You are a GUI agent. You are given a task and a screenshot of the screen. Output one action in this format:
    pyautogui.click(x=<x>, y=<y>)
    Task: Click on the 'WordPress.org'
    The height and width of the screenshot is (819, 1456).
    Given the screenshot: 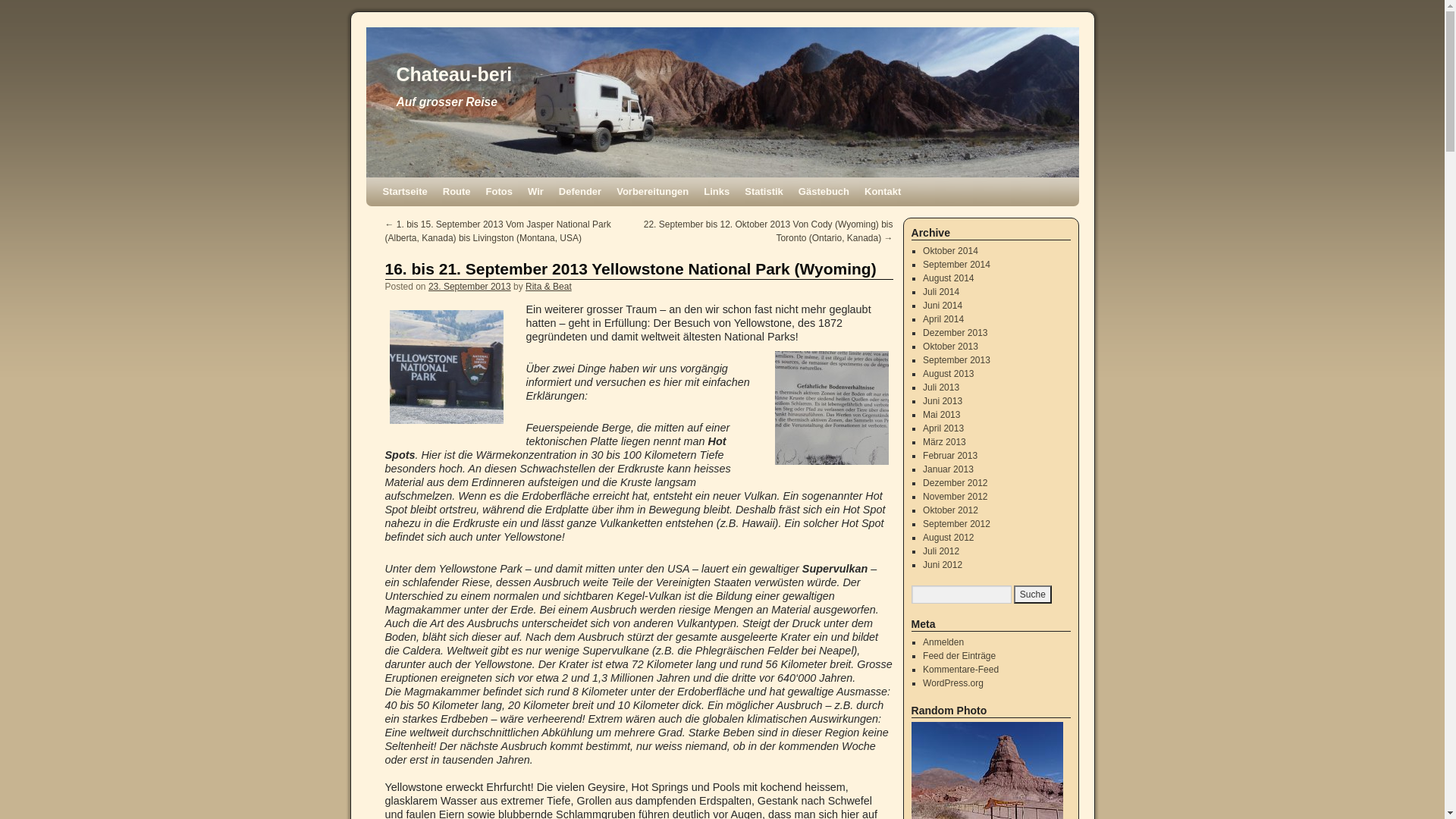 What is the action you would take?
    pyautogui.click(x=922, y=683)
    